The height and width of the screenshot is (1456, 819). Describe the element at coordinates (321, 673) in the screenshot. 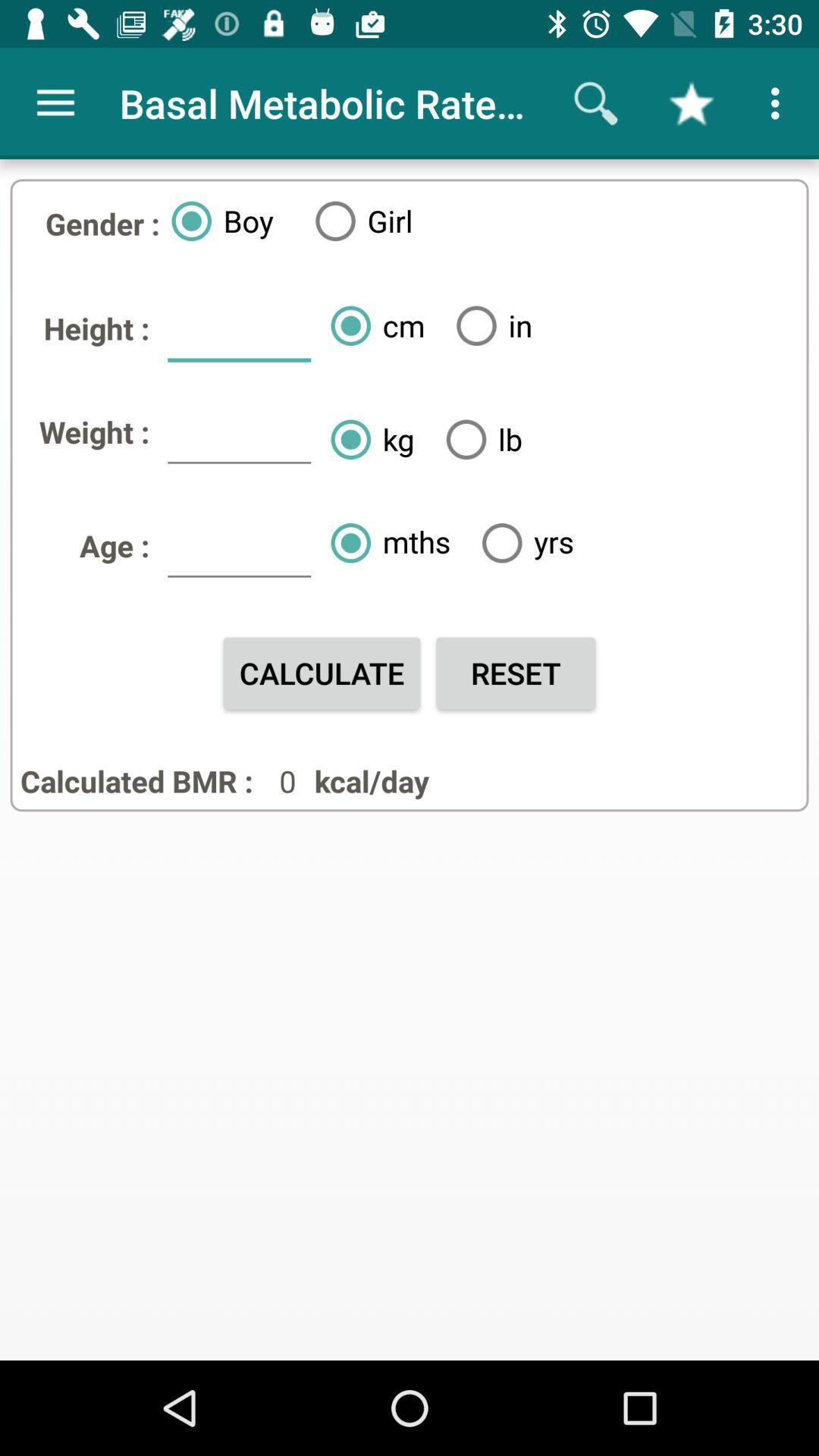

I see `the item to the left of reset` at that location.